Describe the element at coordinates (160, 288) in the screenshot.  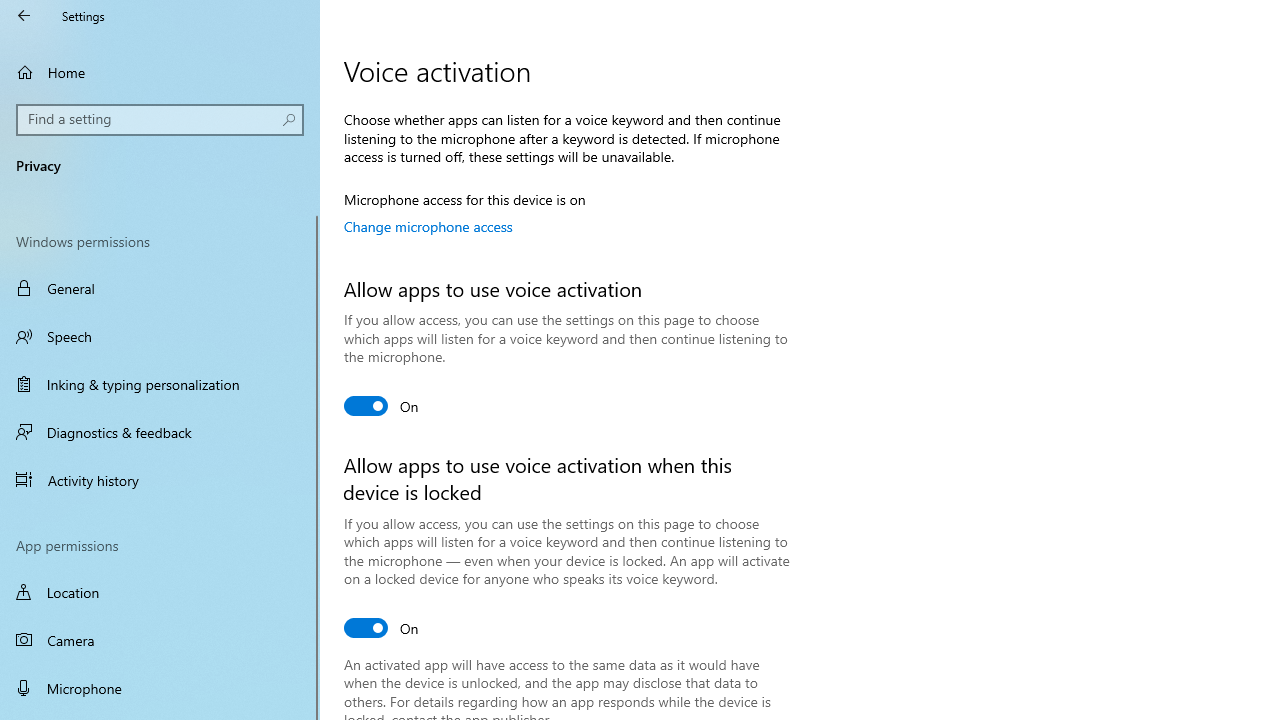
I see `'General'` at that location.